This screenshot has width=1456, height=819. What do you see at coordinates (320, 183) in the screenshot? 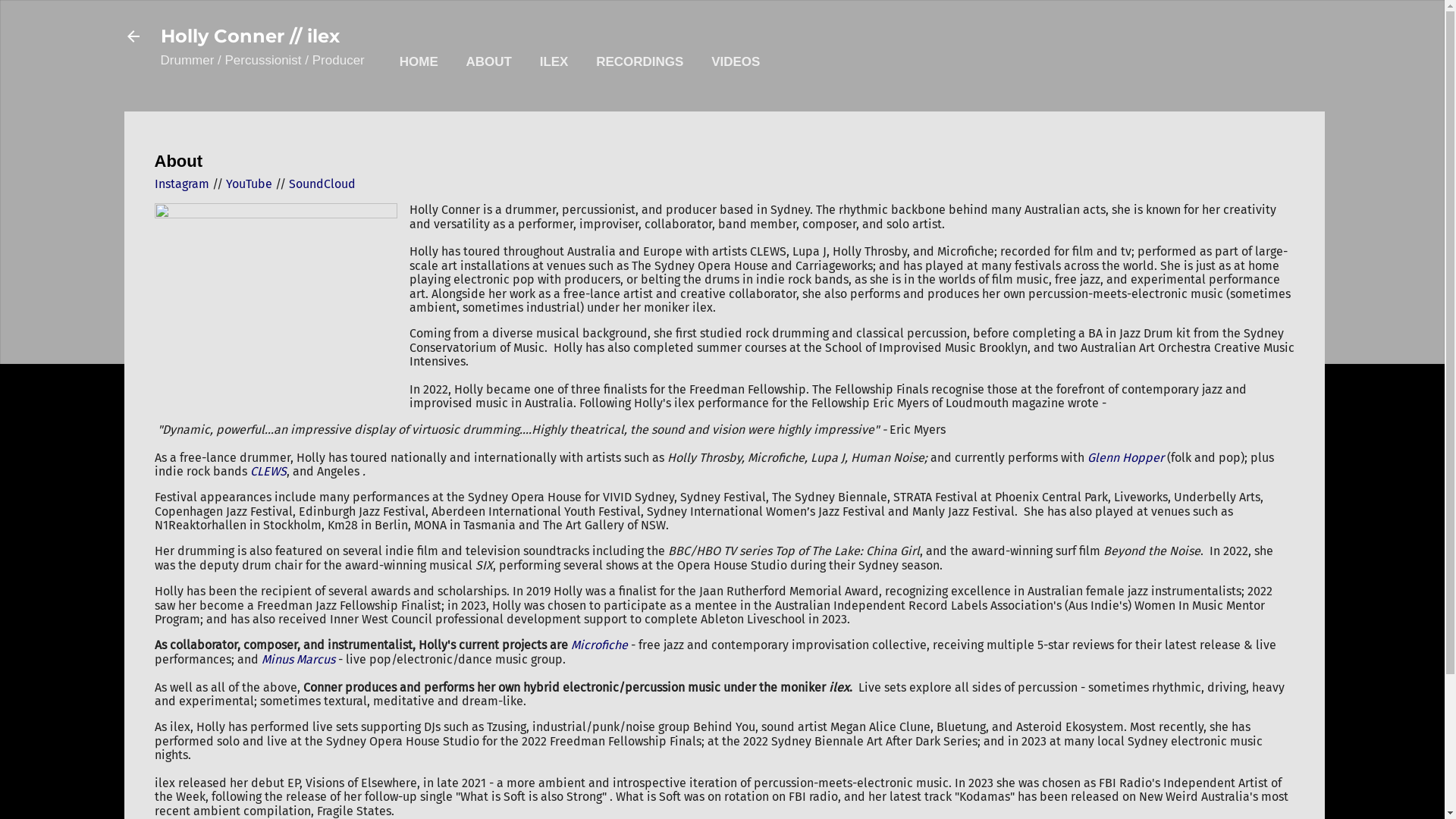
I see `'SoundCloud'` at bounding box center [320, 183].